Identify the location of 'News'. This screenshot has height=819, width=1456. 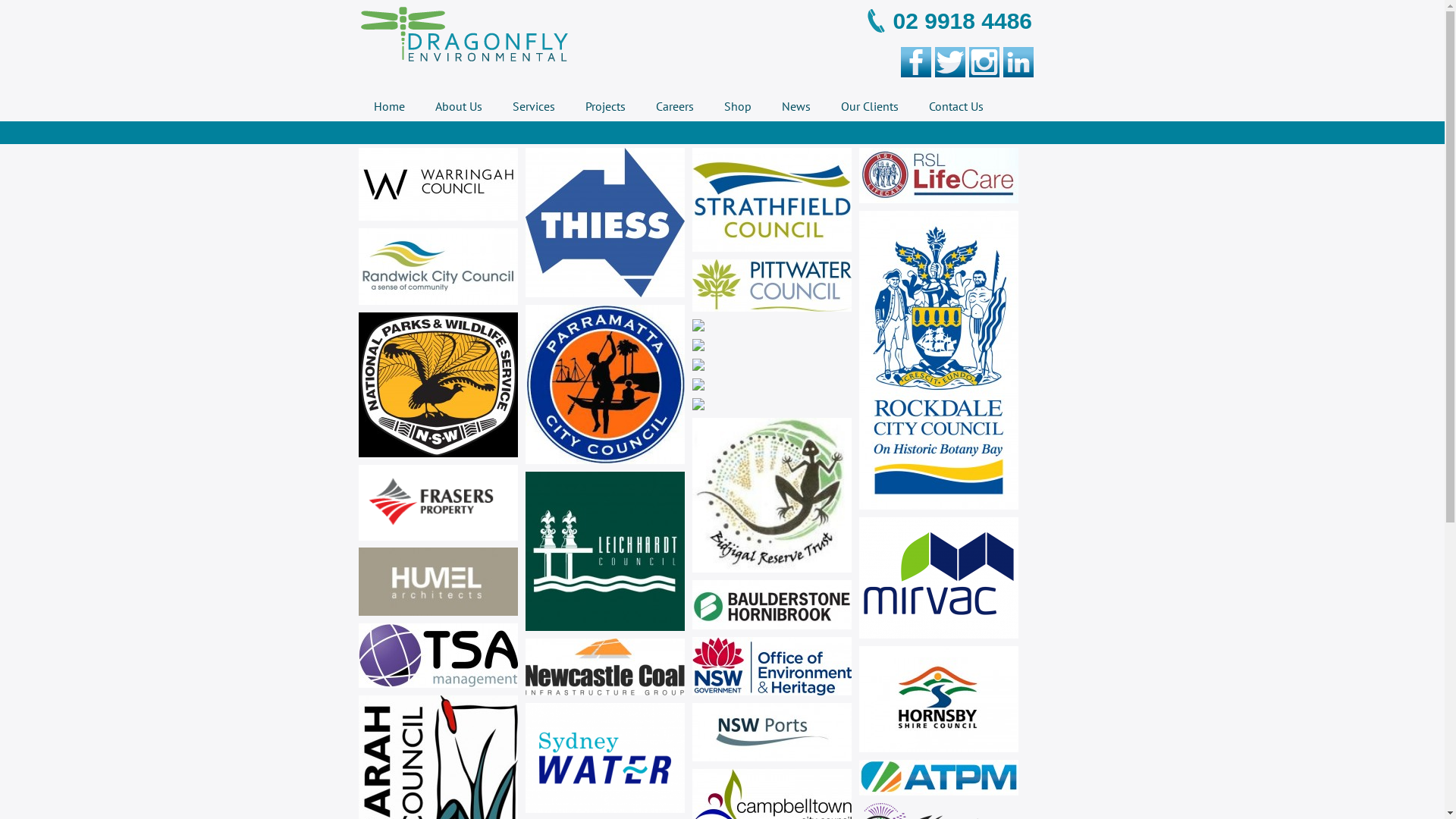
(795, 105).